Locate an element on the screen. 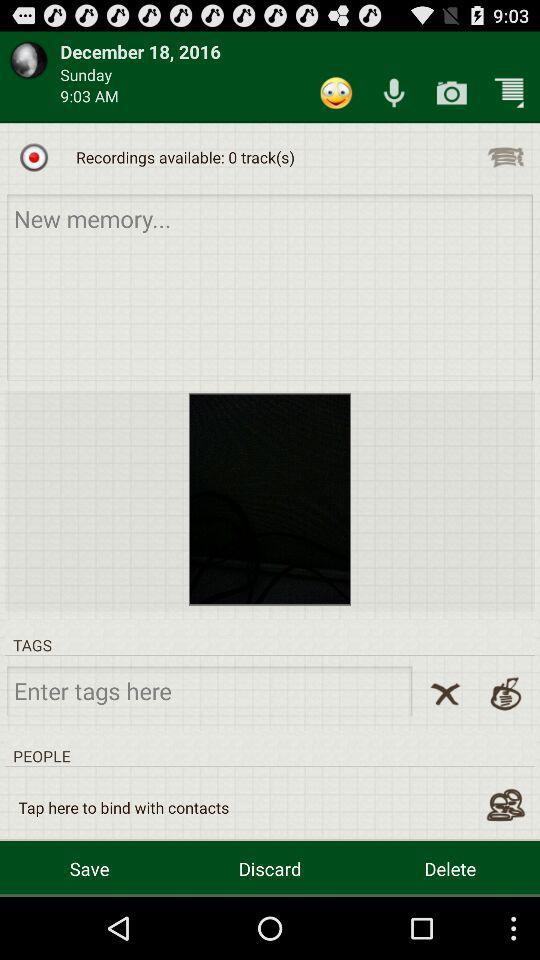  emojis is located at coordinates (336, 93).